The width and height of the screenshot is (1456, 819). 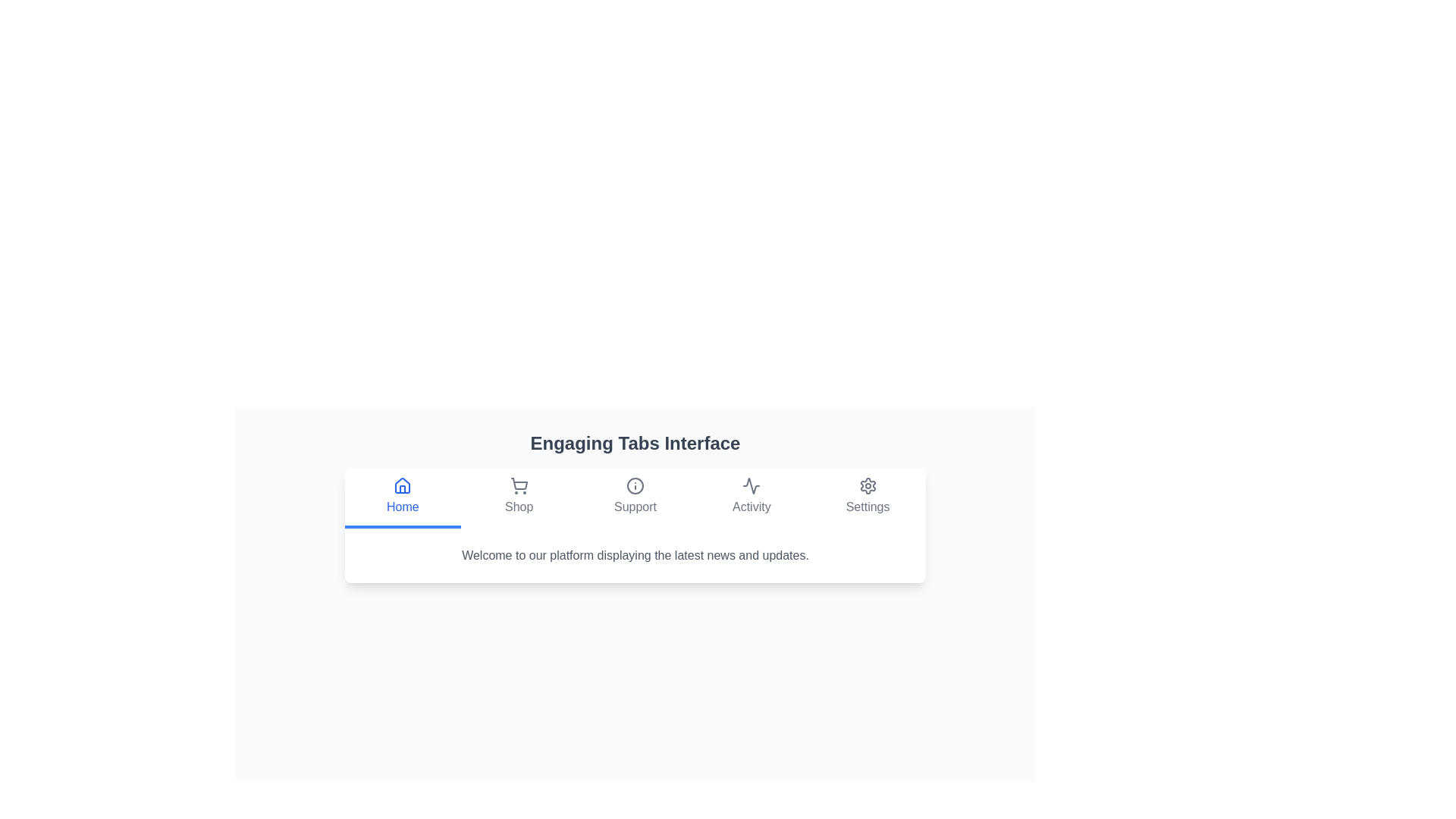 What do you see at coordinates (403, 497) in the screenshot?
I see `the first navigation tab button on the horizontal navigation bar` at bounding box center [403, 497].